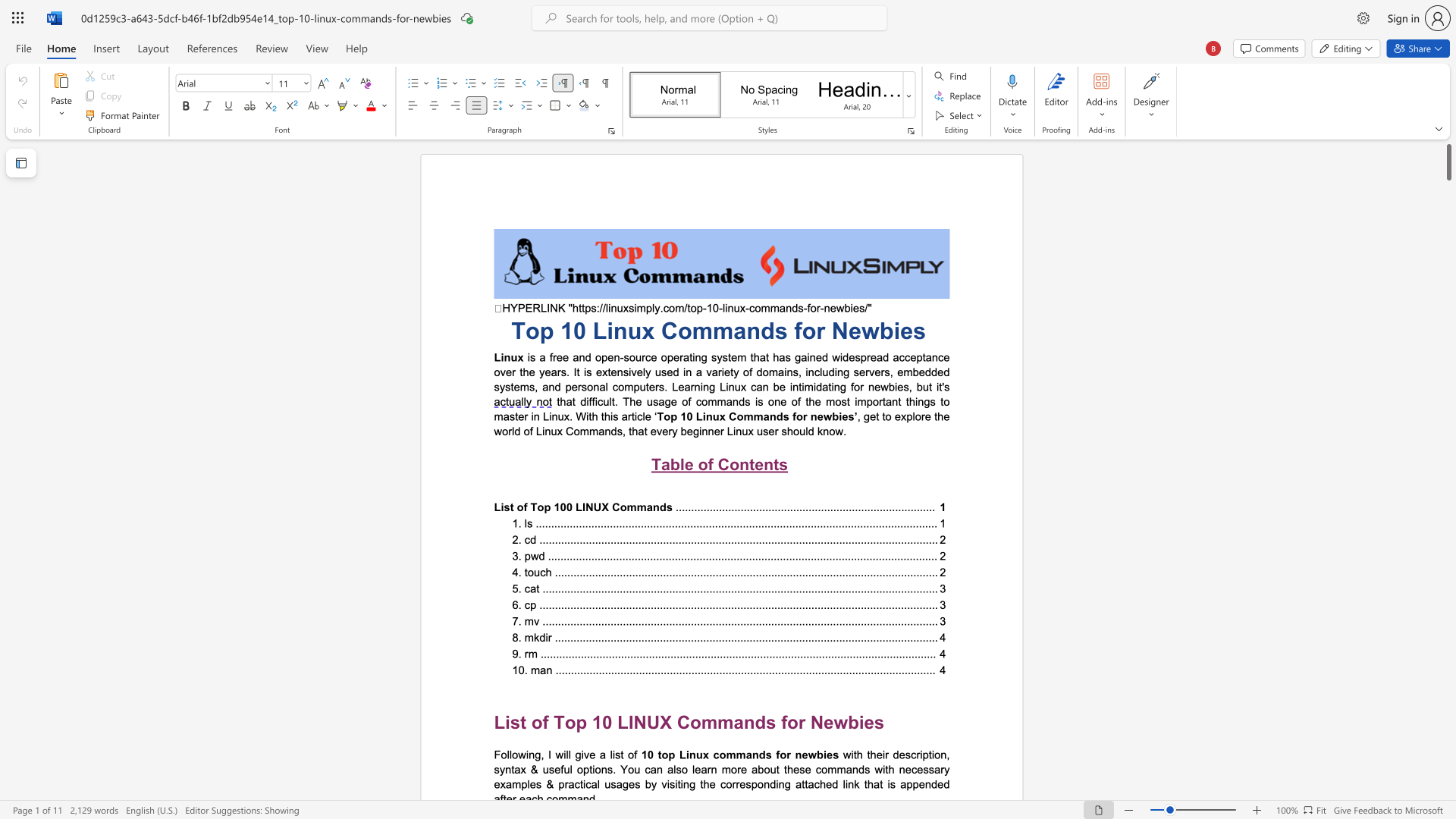 The height and width of the screenshot is (819, 1456). Describe the element at coordinates (592, 507) in the screenshot. I see `the subset text "UX Commands" within the text "List of Top 100 LINUX Commands"` at that location.